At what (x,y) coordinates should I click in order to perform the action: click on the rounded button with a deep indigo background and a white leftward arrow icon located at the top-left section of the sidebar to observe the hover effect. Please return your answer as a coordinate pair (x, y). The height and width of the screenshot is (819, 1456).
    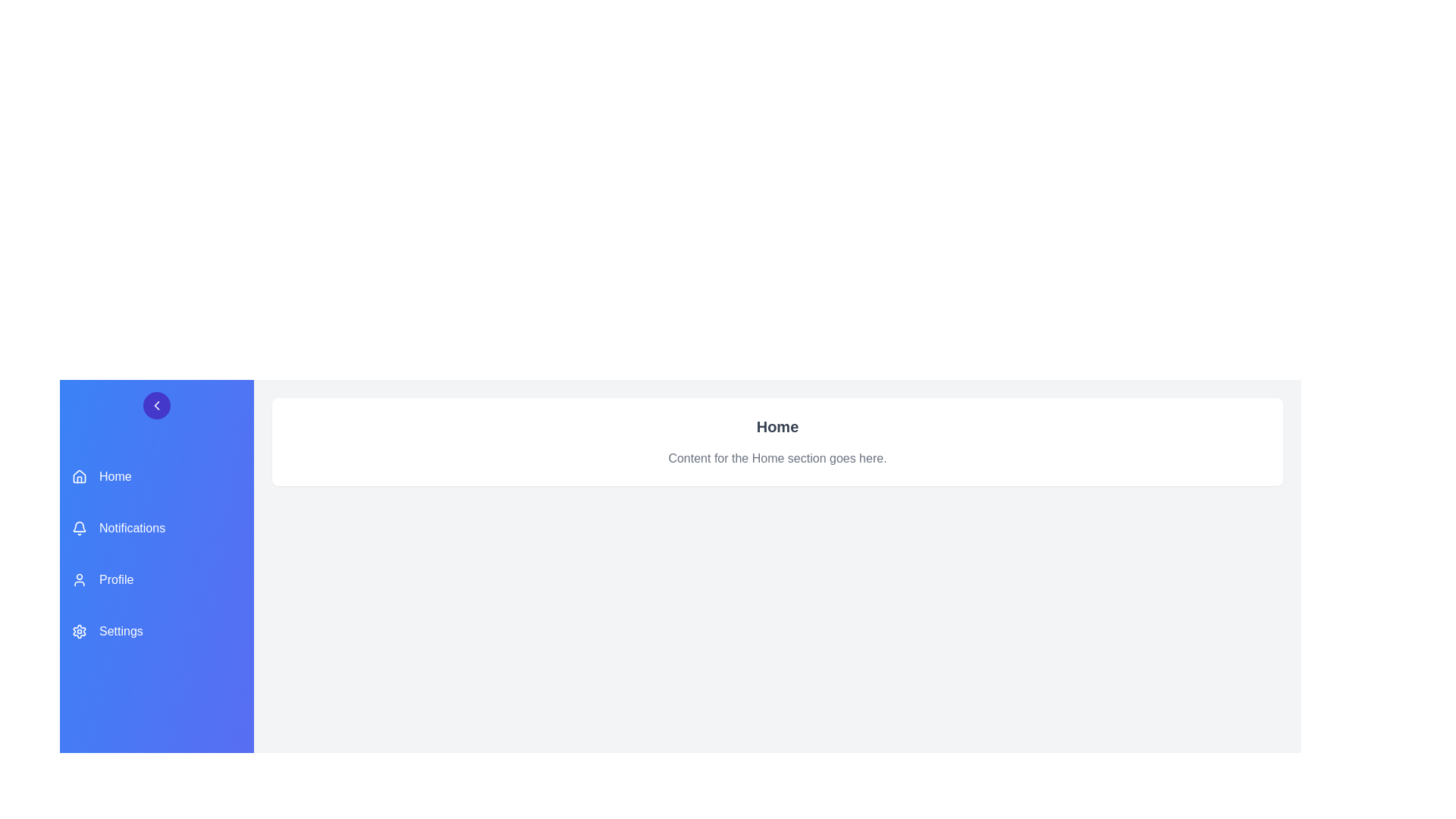
    Looking at the image, I should click on (156, 405).